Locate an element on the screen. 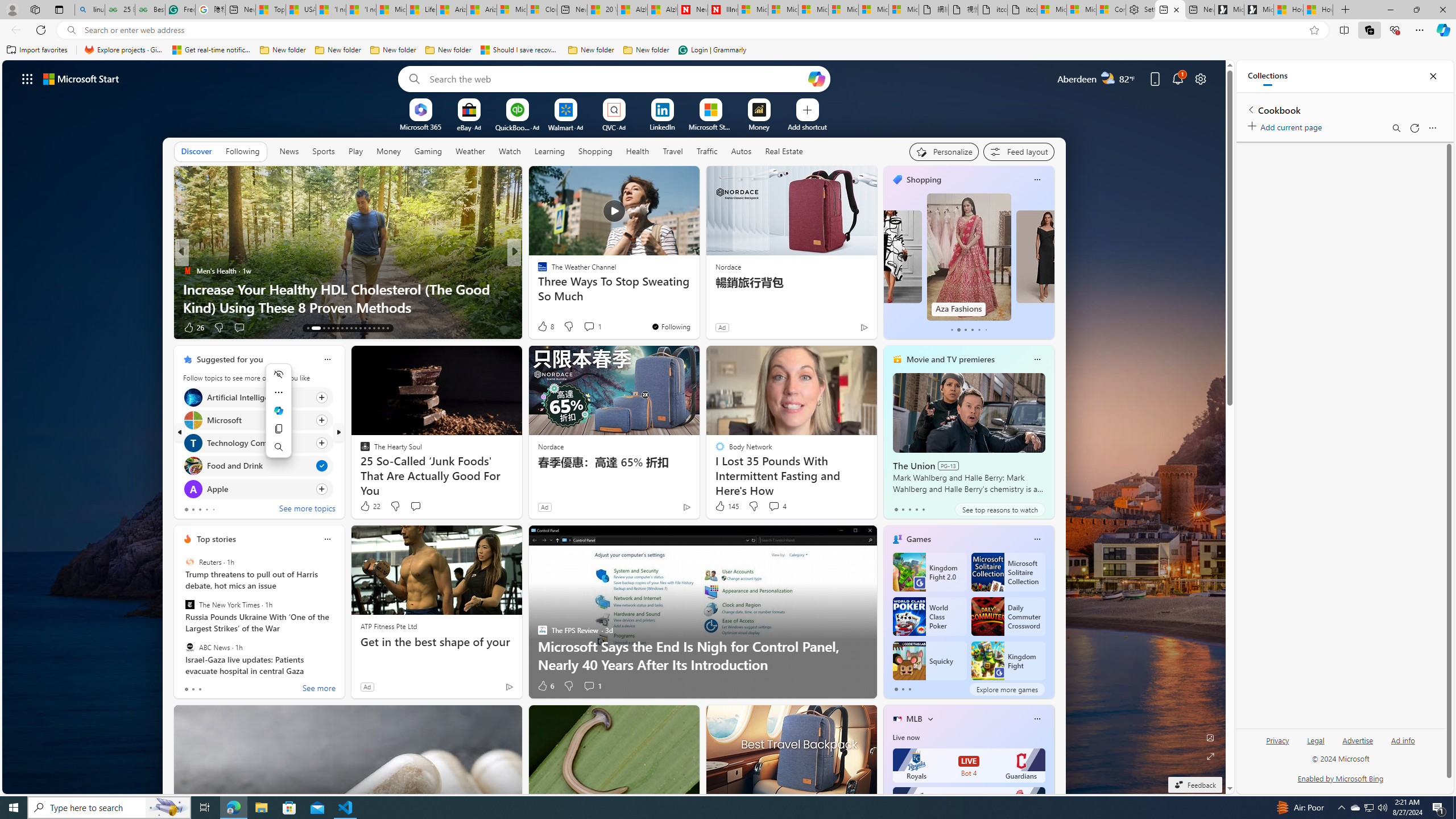 This screenshot has height=819, width=1456. 'Expand background' is located at coordinates (1210, 756).